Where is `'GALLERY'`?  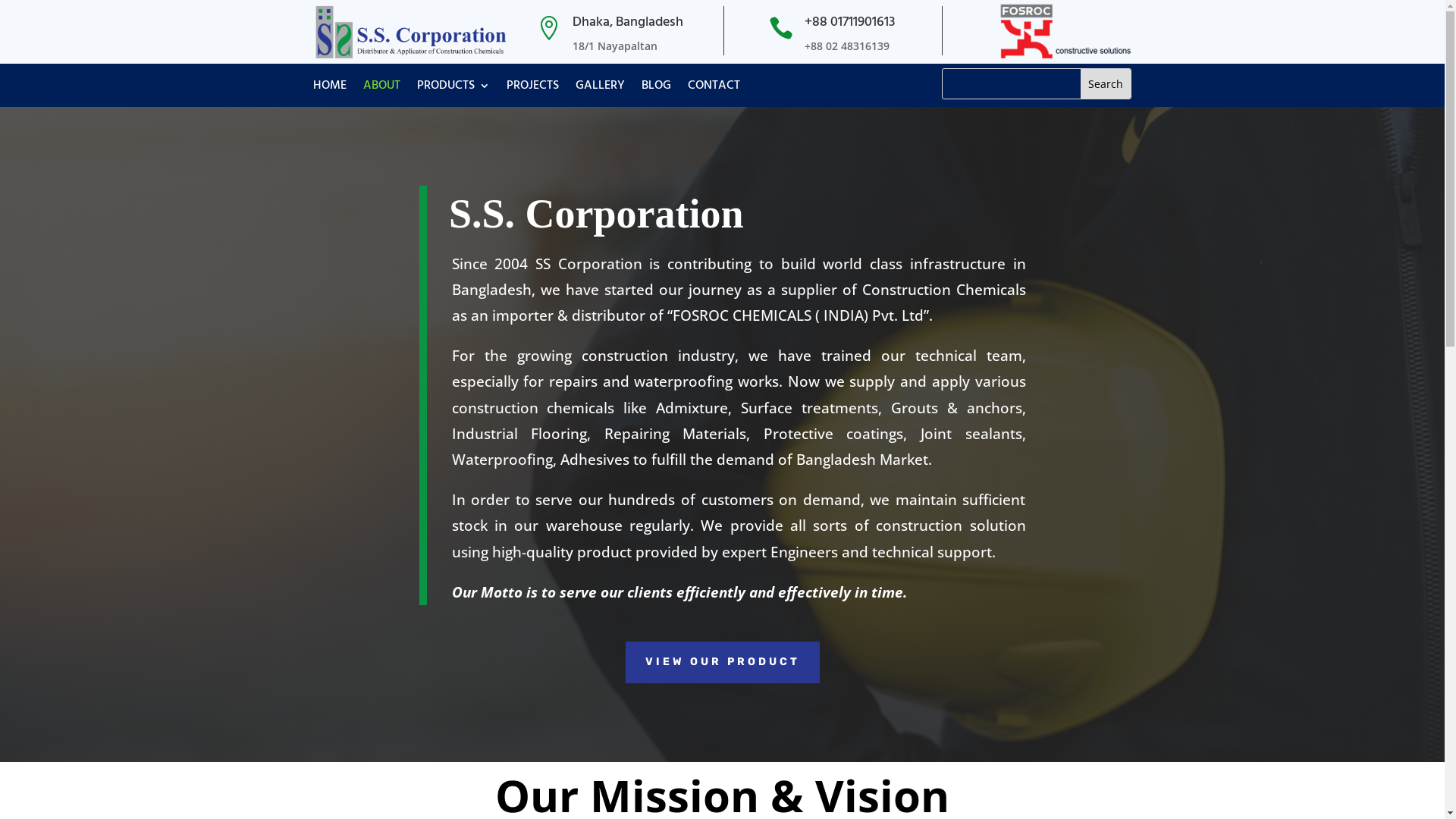
'GALLERY' is located at coordinates (598, 88).